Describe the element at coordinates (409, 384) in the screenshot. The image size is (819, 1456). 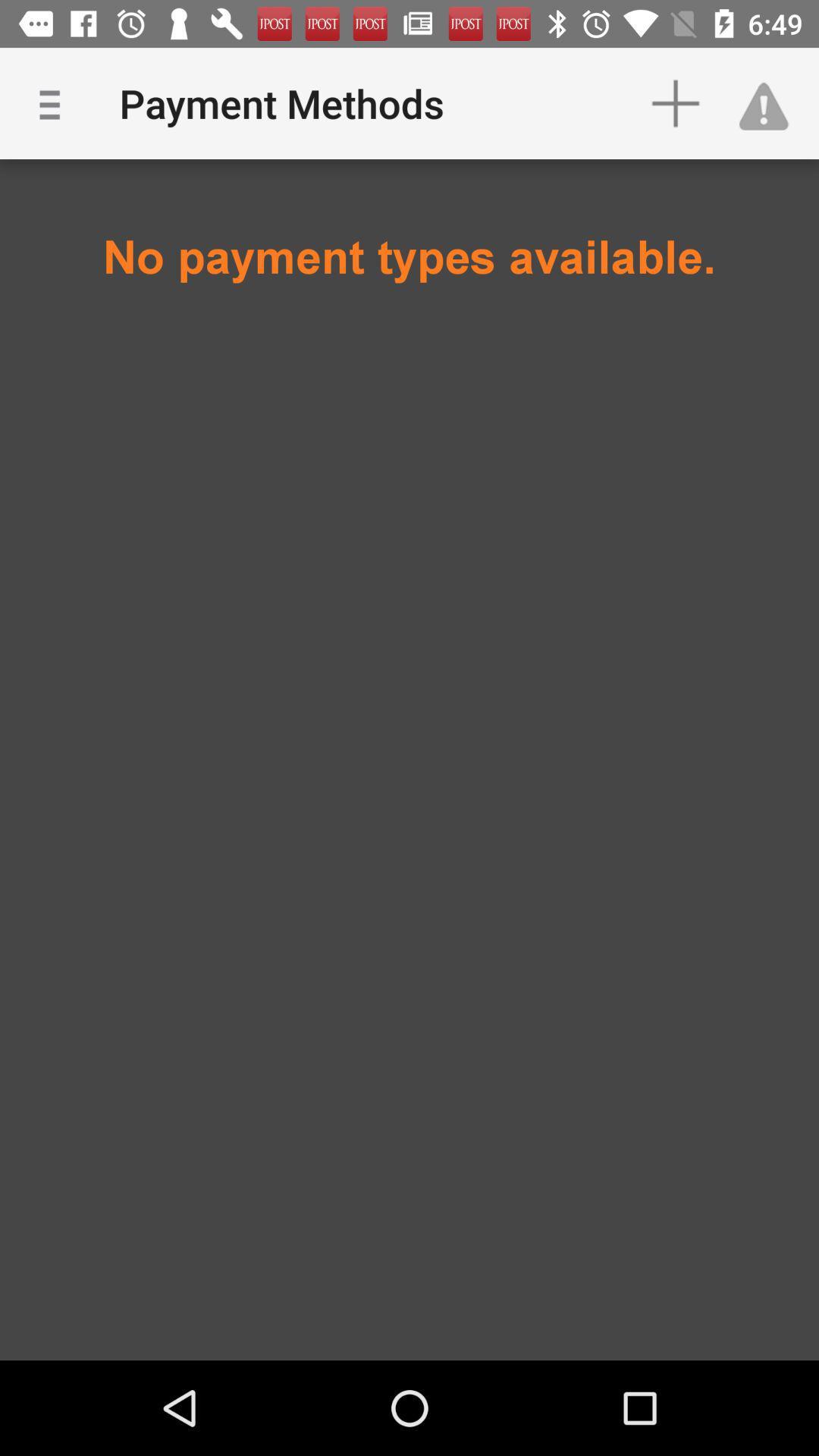
I see `the item below the no payment types item` at that location.